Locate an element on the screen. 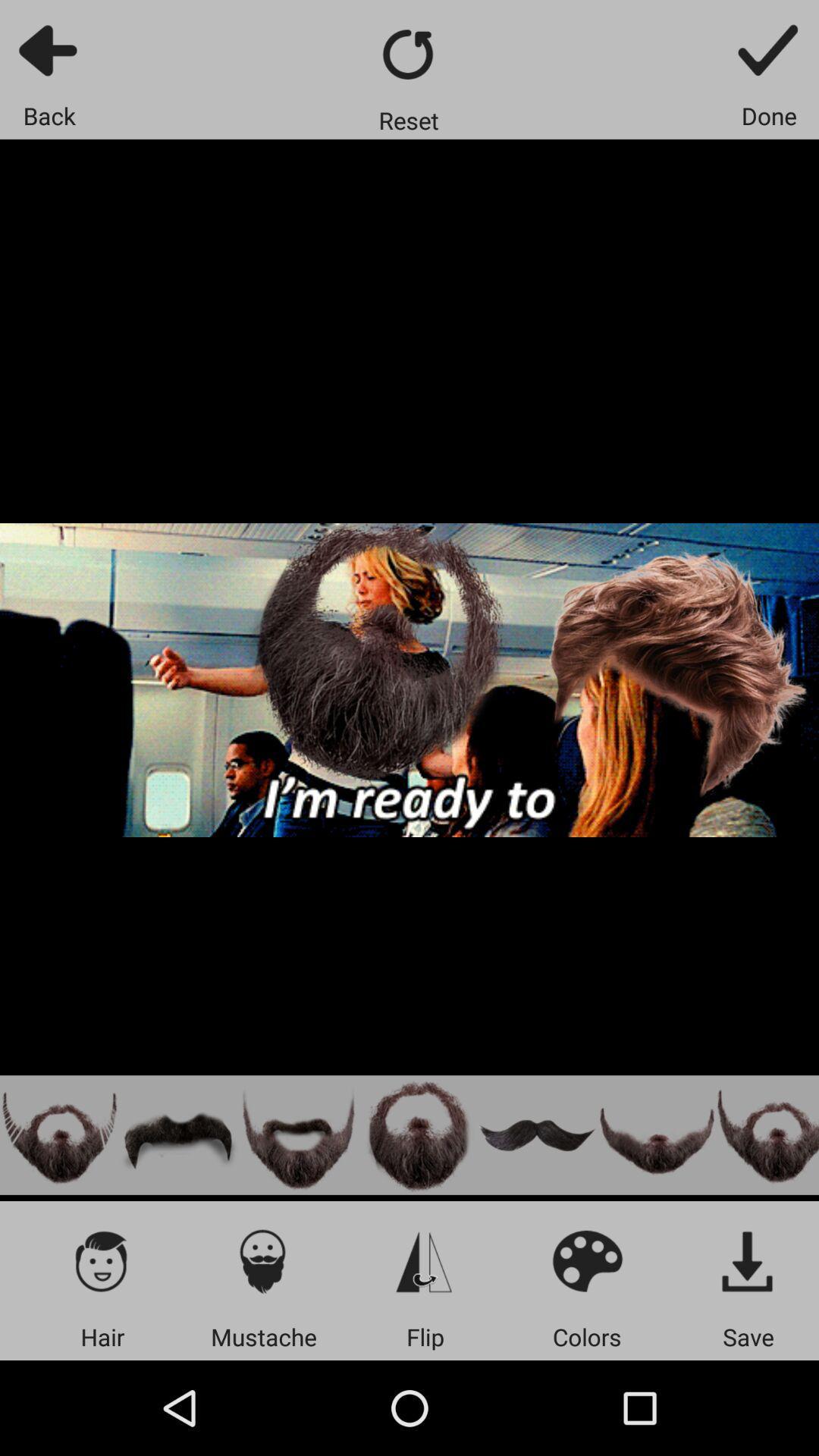 The image size is (819, 1456). the check icon is located at coordinates (769, 49).